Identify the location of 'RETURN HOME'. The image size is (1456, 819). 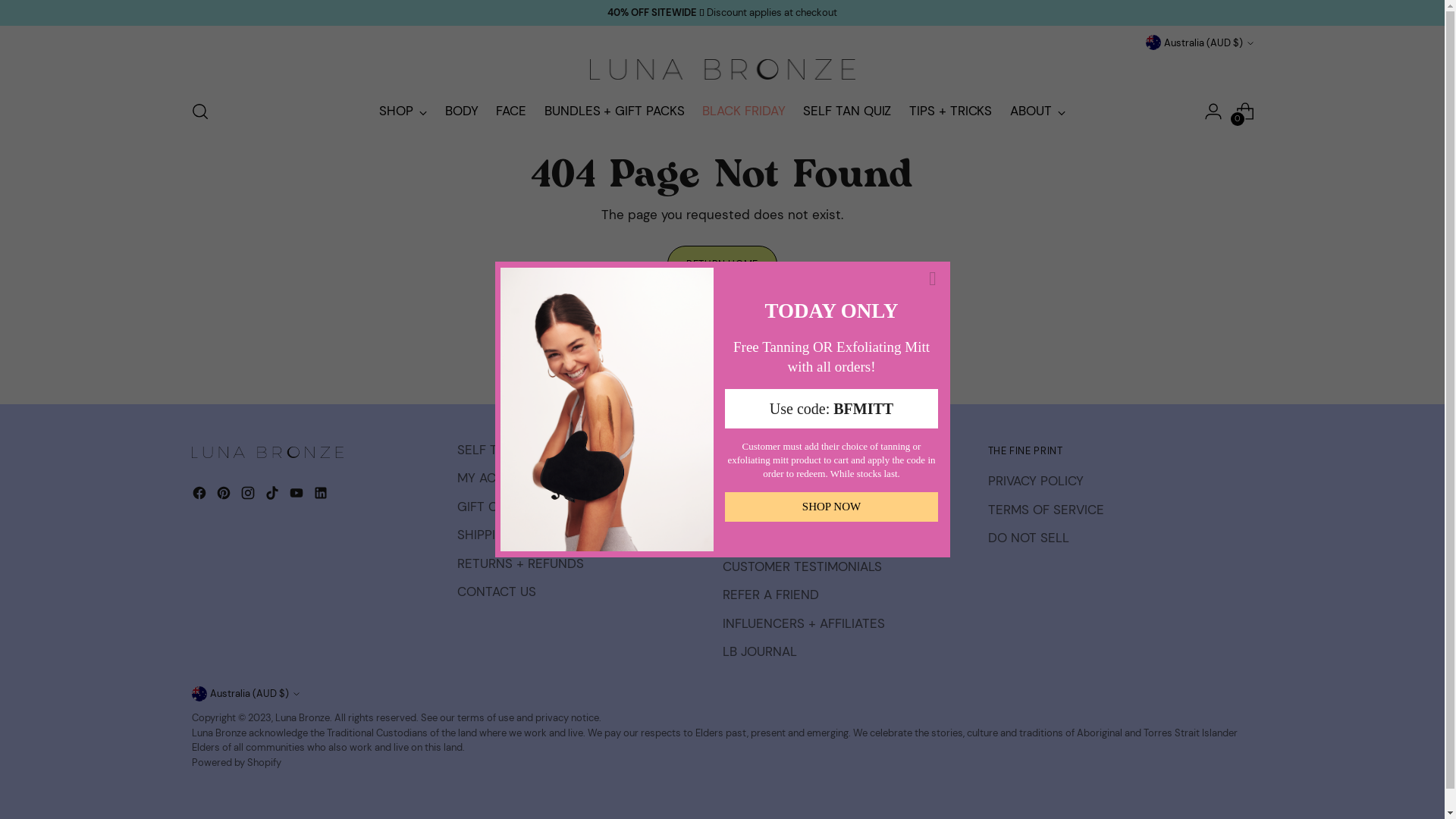
(720, 262).